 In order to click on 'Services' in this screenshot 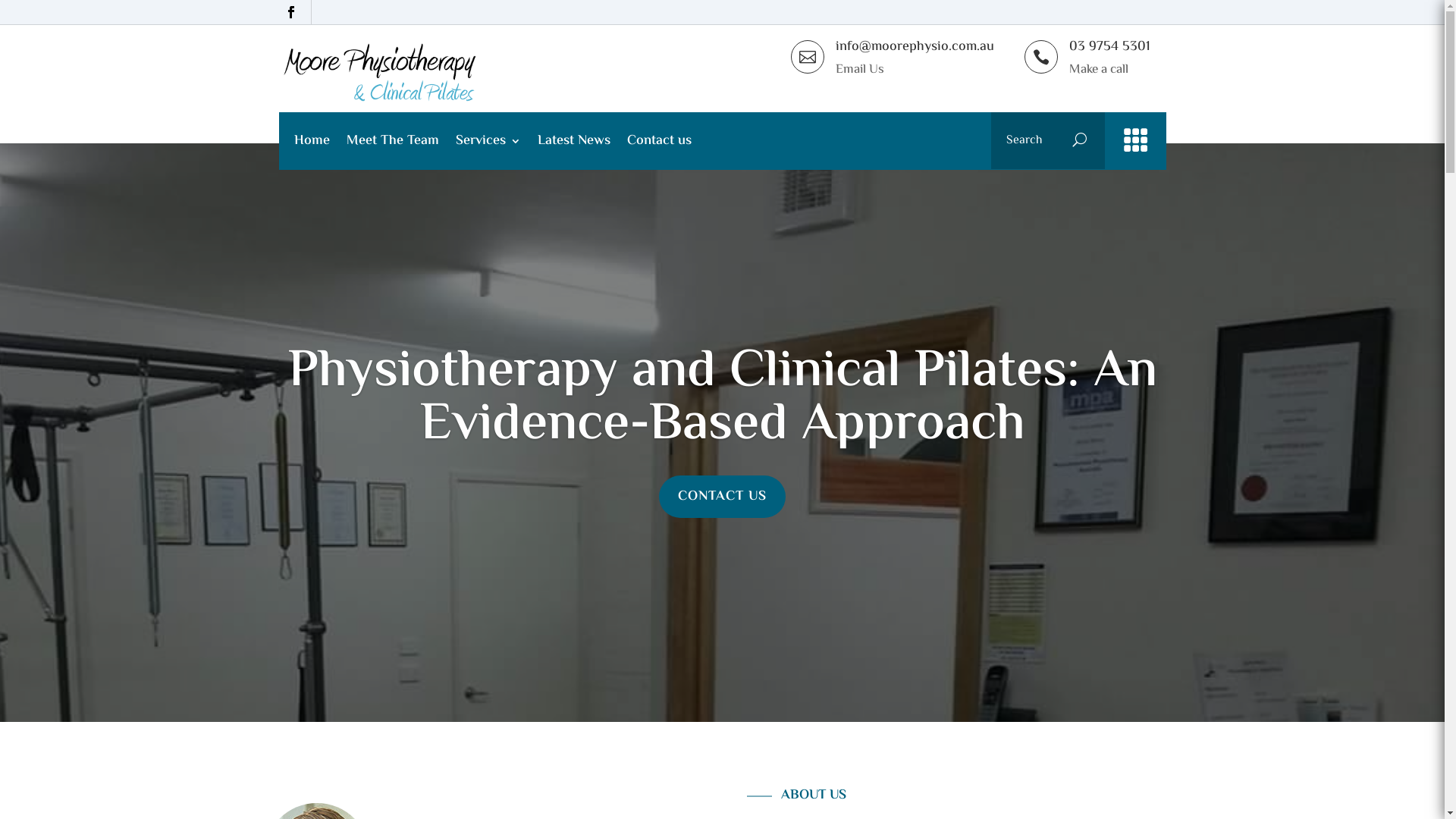, I will do `click(488, 143)`.